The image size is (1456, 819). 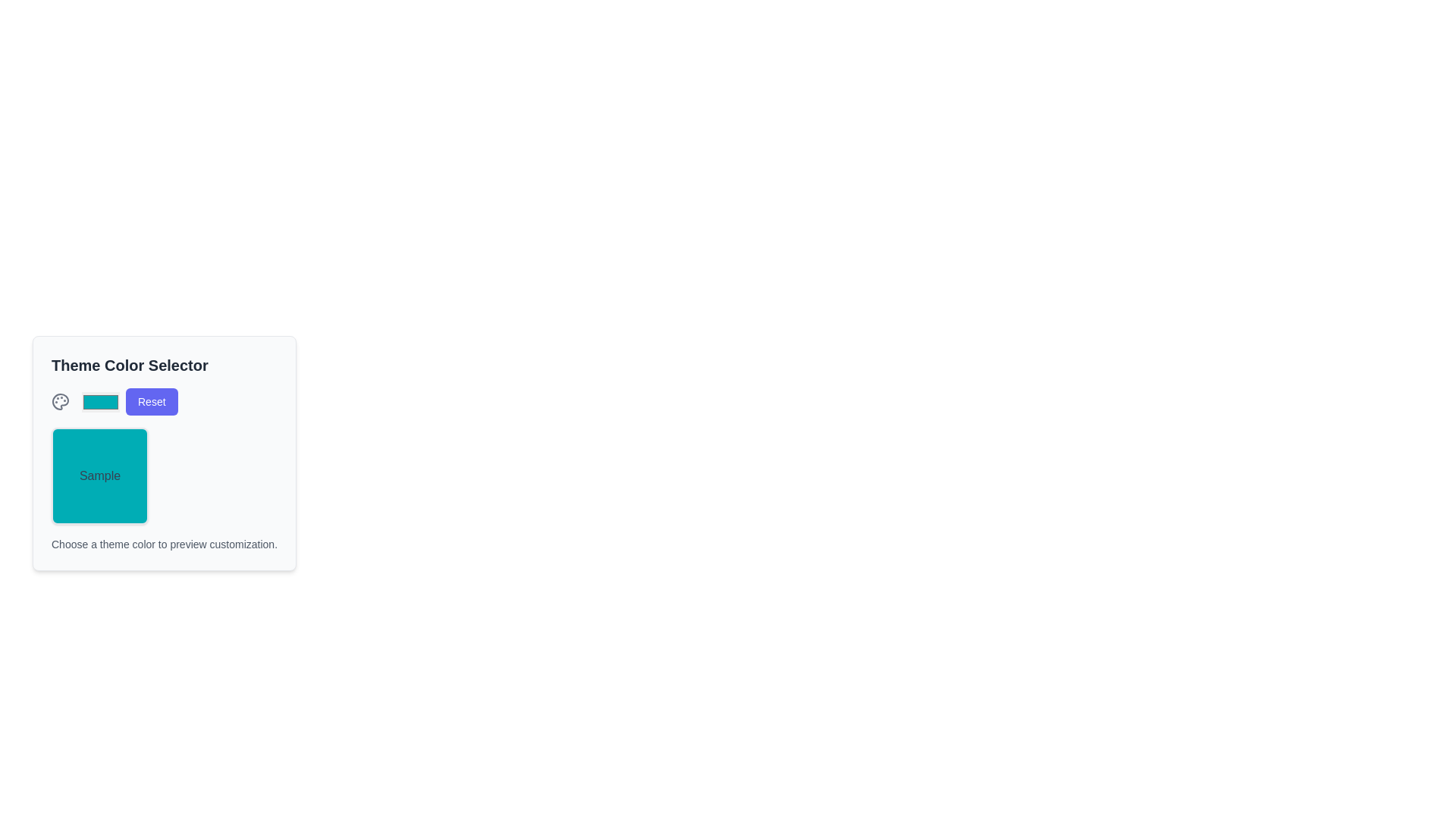 I want to click on the palette icon located on the leftmost side of the 'Theme Color Selector' section, which signifies color selection or customization, so click(x=61, y=400).